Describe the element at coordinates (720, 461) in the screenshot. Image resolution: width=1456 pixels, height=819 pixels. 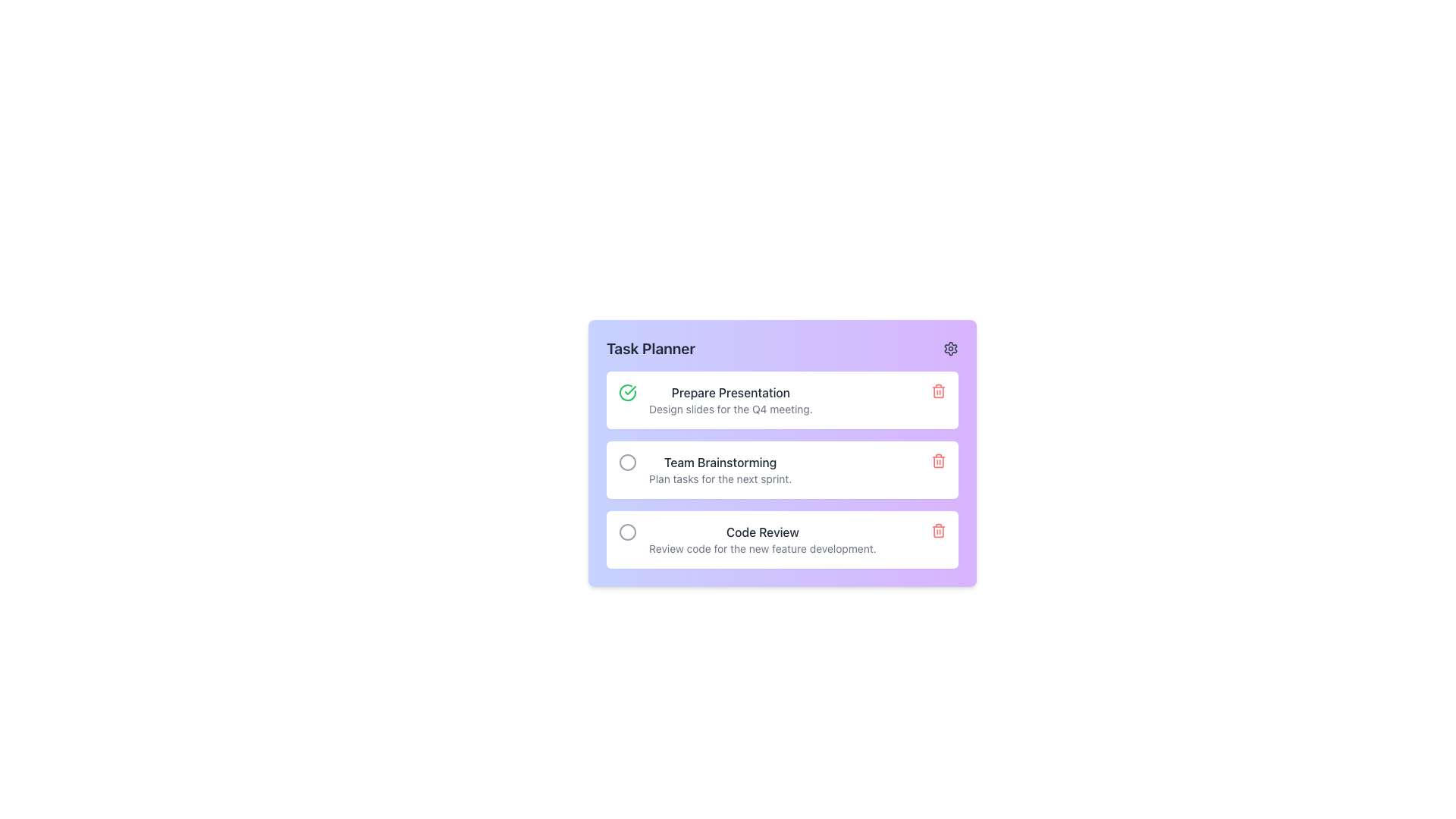
I see `the text label displaying 'Team Brainstorming', which is a medium-sized dark gray text located in the middle of the second task card under the 'Task Planner' section` at that location.